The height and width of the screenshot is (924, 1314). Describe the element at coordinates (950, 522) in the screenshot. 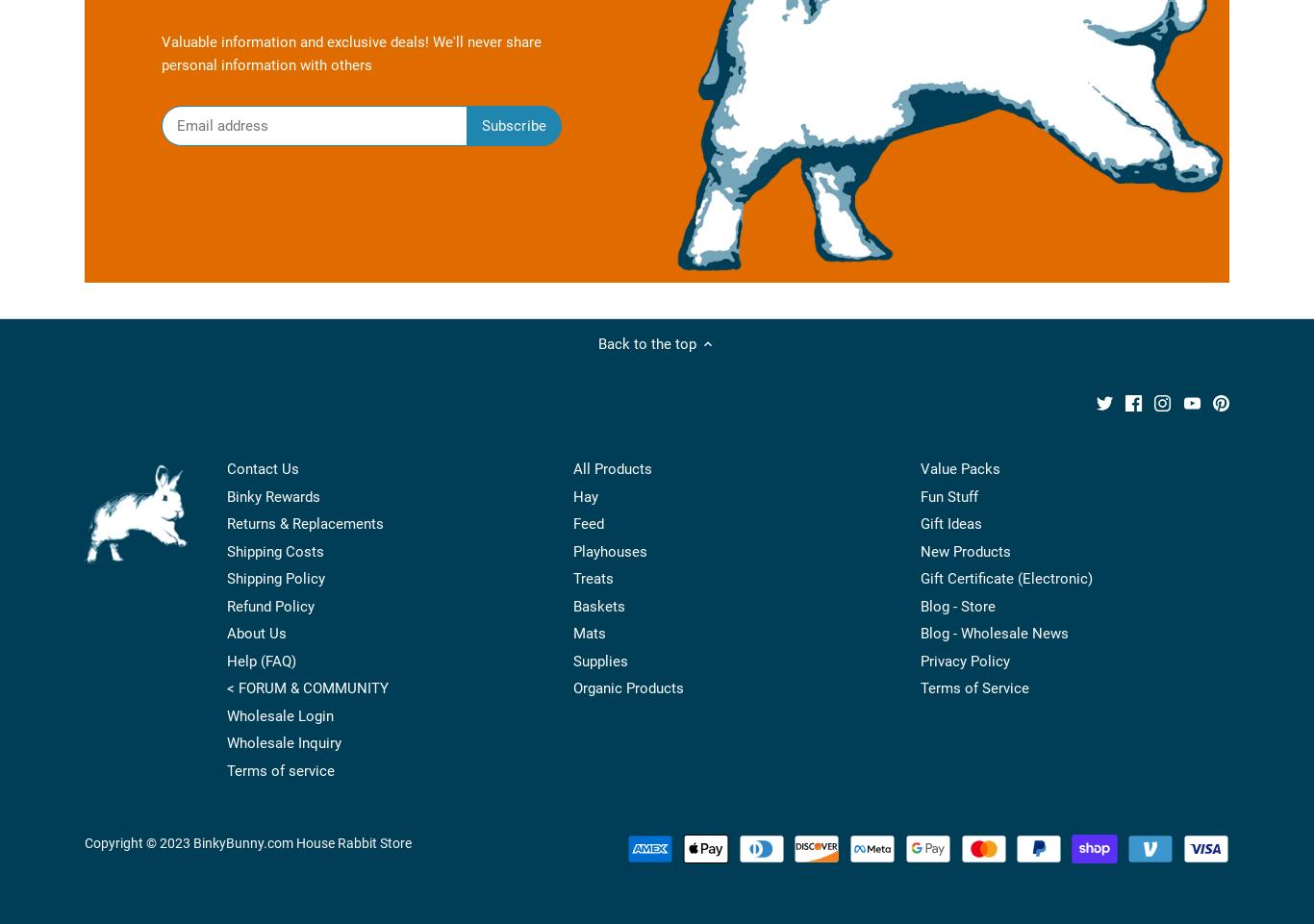

I see `'Gift Ideas'` at that location.